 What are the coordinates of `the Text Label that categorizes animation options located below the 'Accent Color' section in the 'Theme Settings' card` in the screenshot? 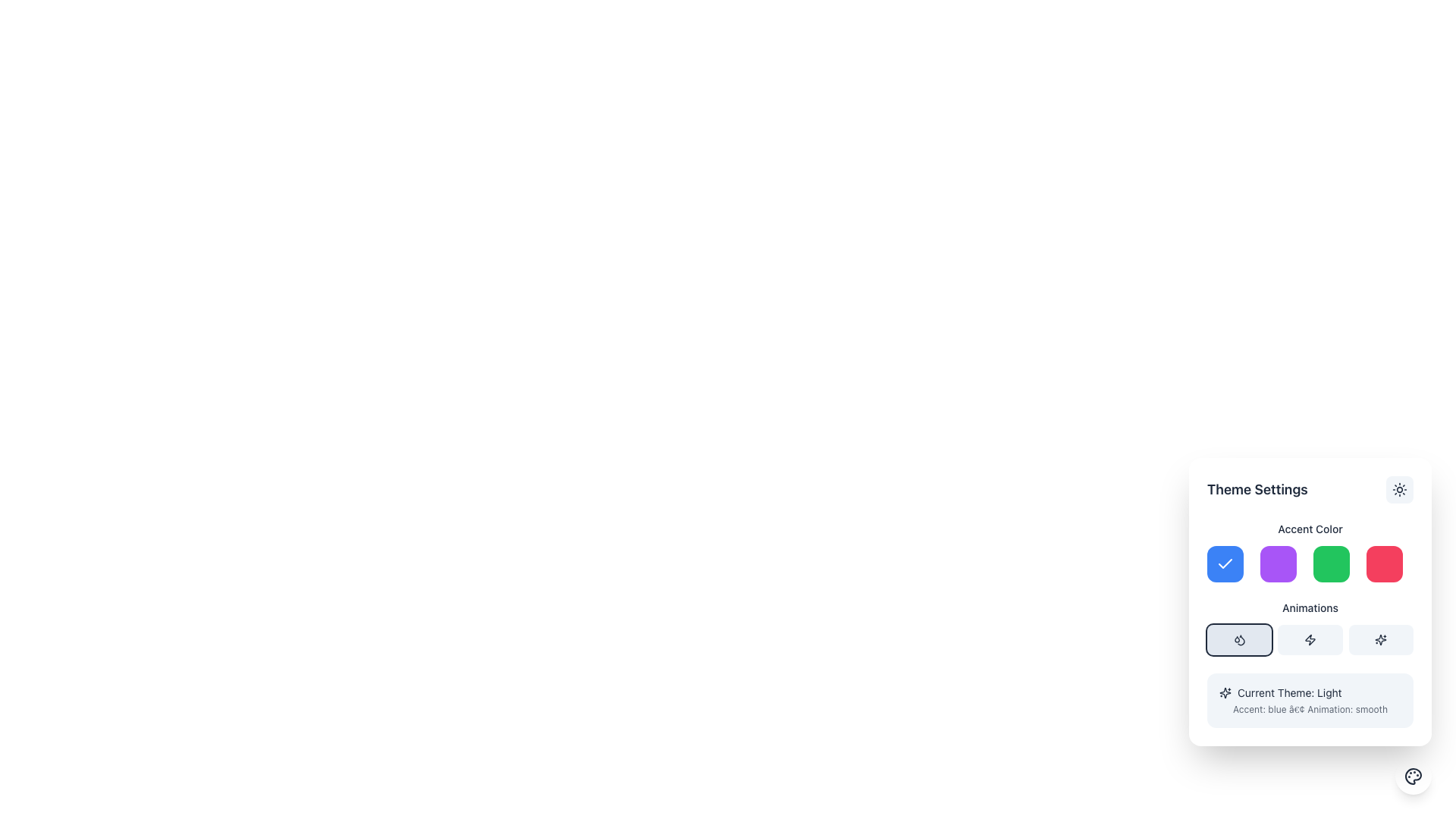 It's located at (1310, 601).